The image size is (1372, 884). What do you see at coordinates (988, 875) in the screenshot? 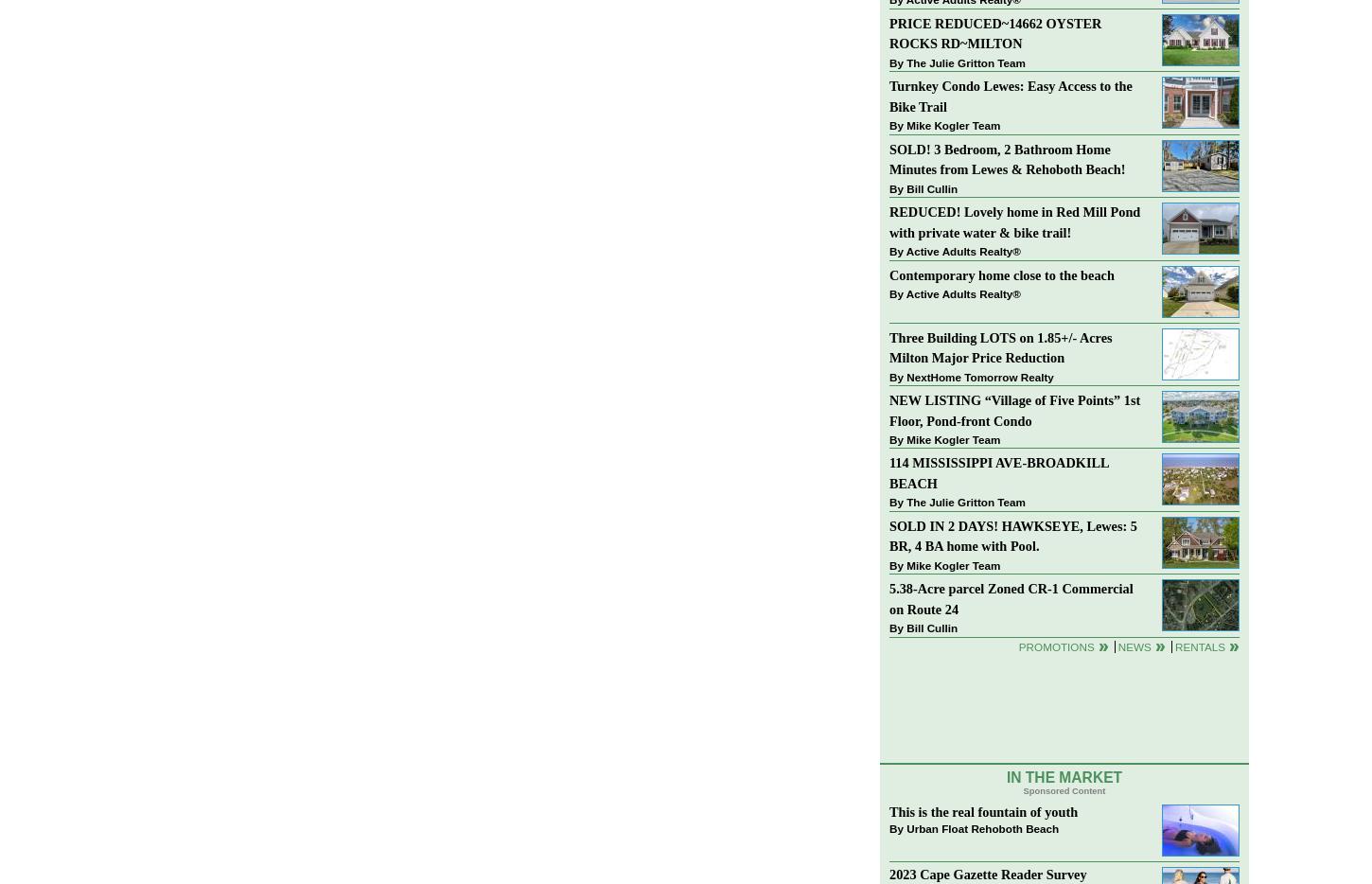
I see `'2023 Cape Gazette Reader Survey'` at bounding box center [988, 875].